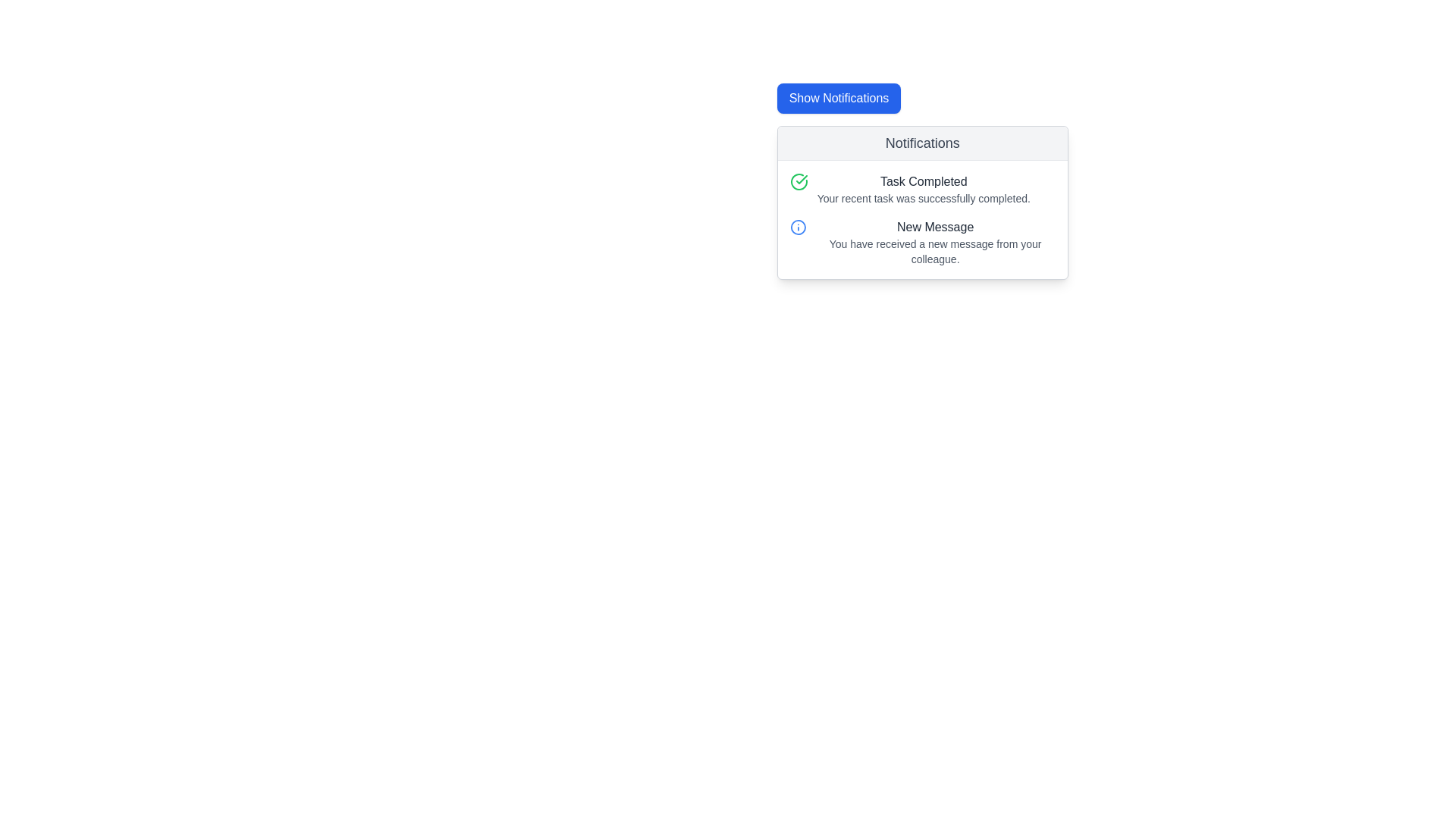 The height and width of the screenshot is (819, 1456). Describe the element at coordinates (923, 189) in the screenshot. I see `the Notification Message that contains the title 'Task Completed' and the descriptive text 'Your recent task was successfully completed.'` at that location.